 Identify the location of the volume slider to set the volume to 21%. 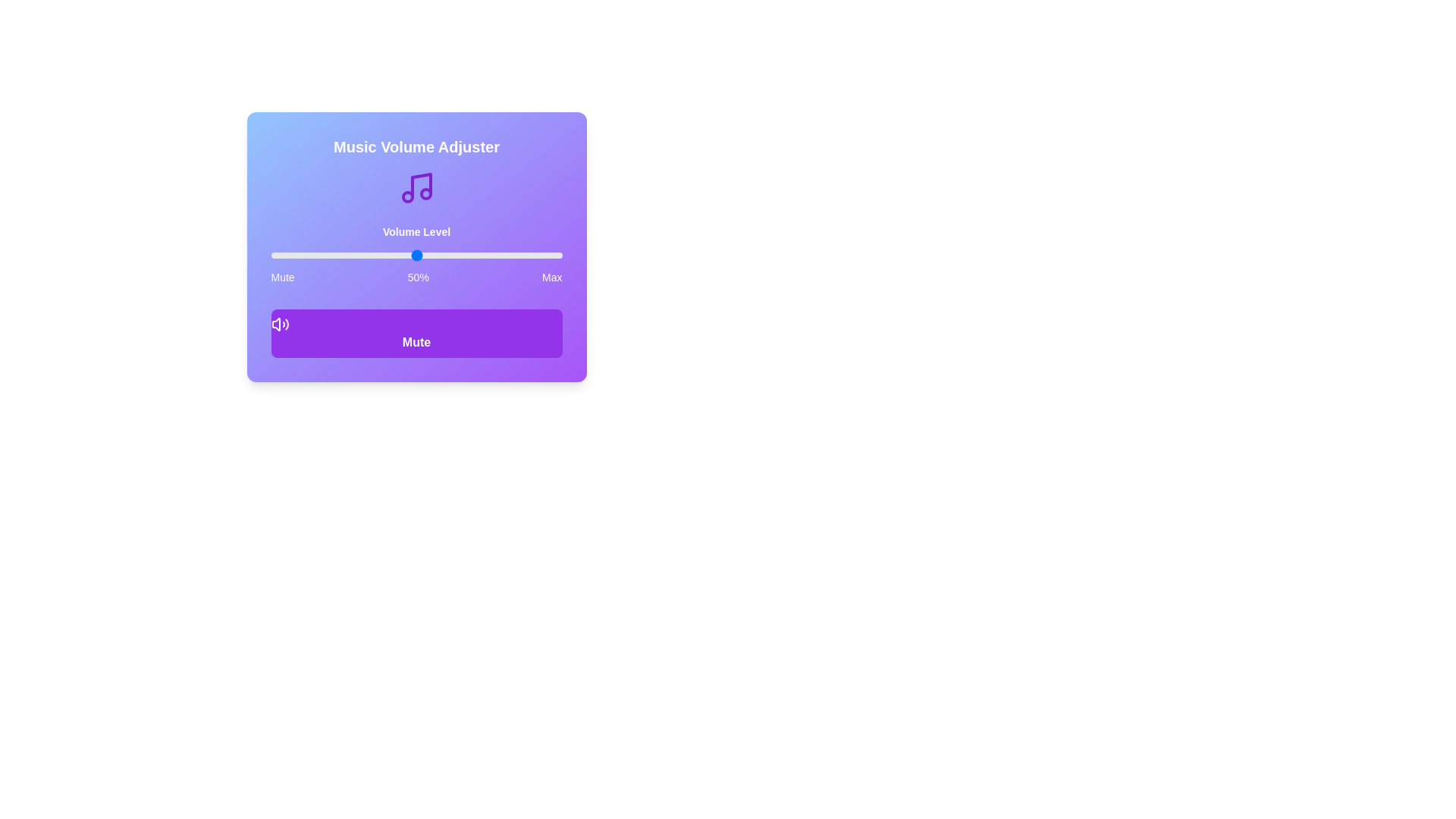
(331, 254).